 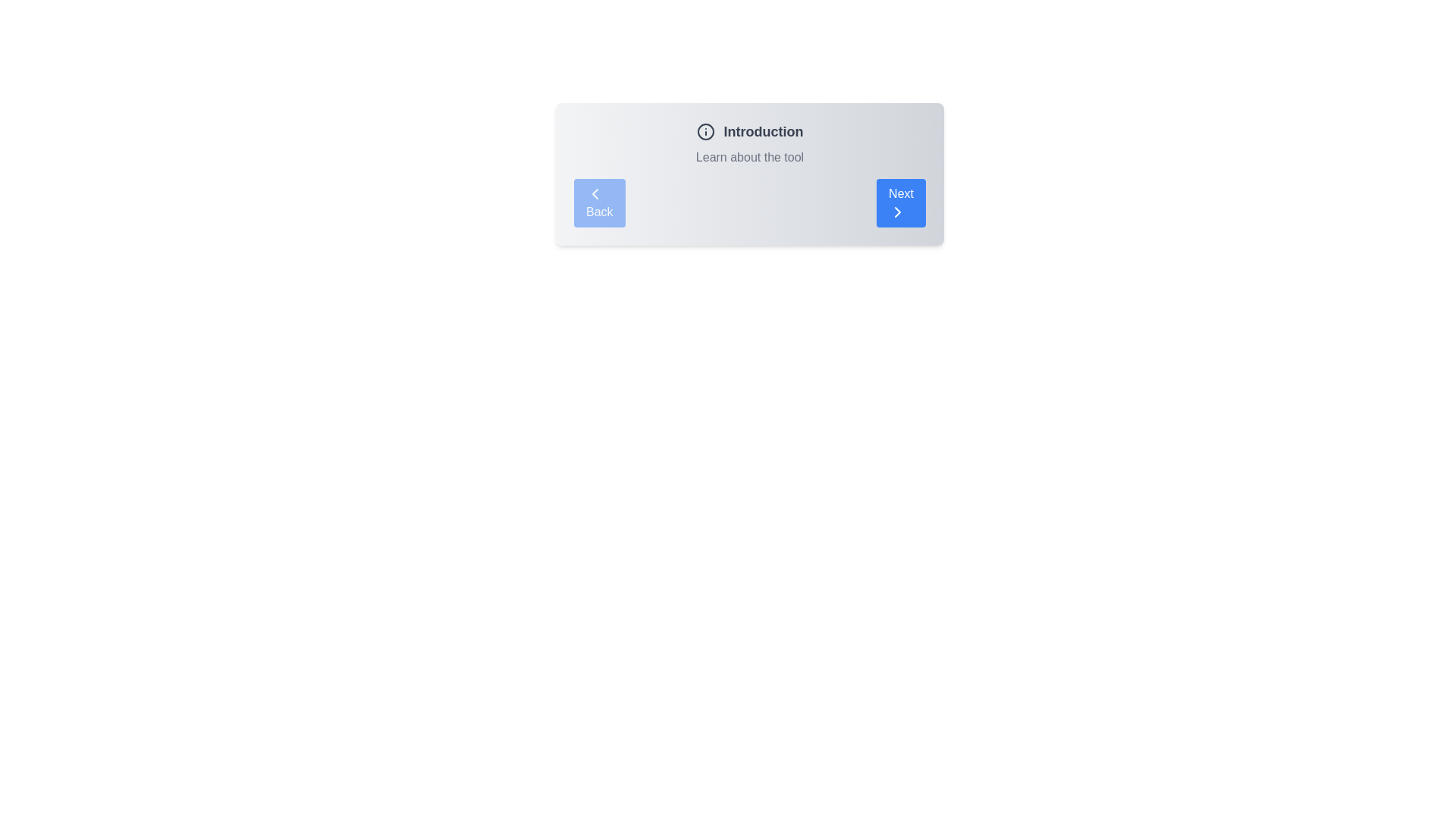 I want to click on the navigational button located to the left of the 'Next' button, so click(x=598, y=202).